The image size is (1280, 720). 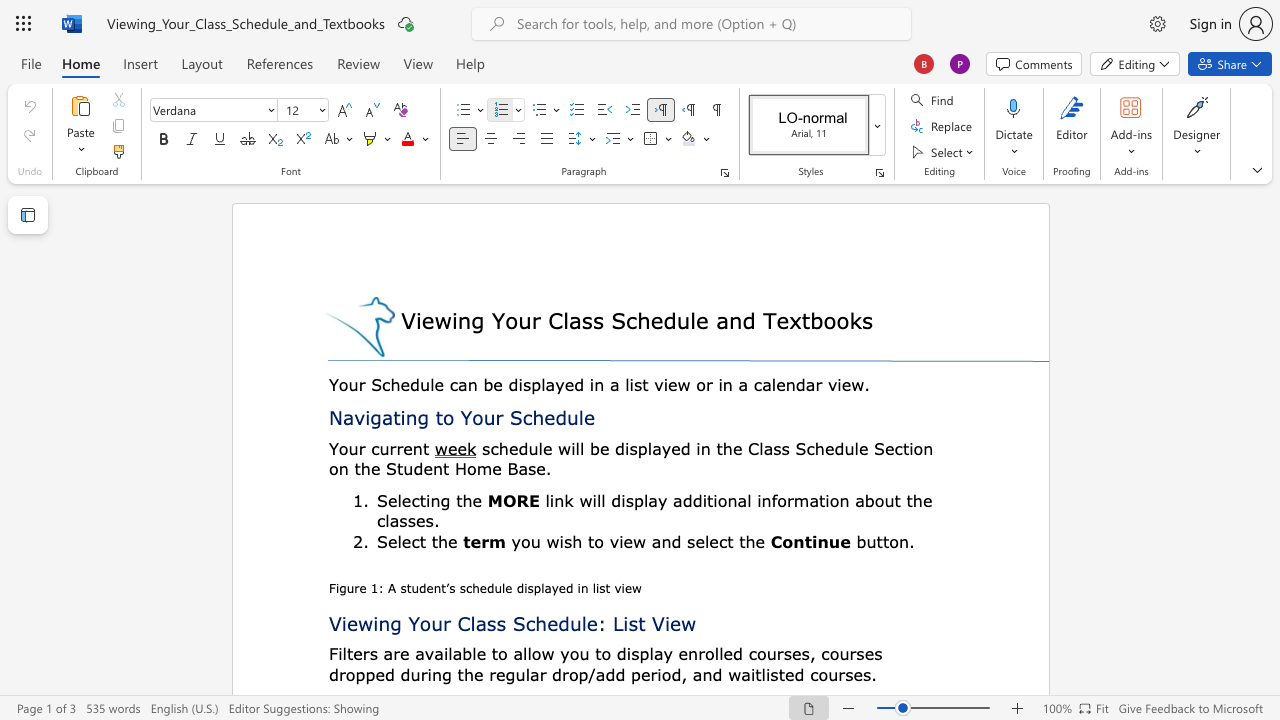 What do you see at coordinates (373, 653) in the screenshot?
I see `the 1th character "s" in the text` at bounding box center [373, 653].